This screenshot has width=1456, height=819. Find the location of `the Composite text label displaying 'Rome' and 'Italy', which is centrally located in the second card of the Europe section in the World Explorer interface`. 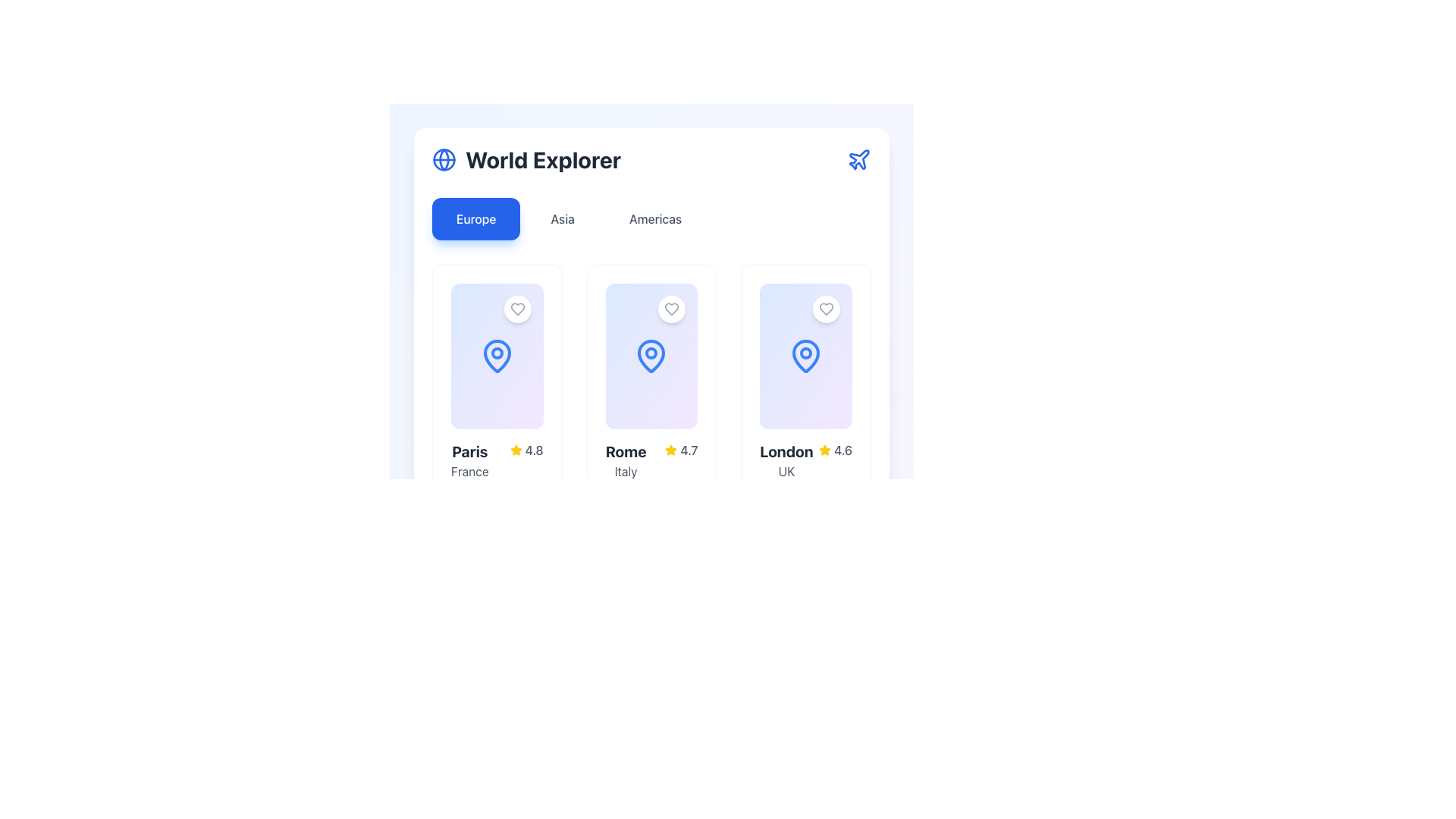

the Composite text label displaying 'Rome' and 'Italy', which is centrally located in the second card of the Europe section in the World Explorer interface is located at coordinates (626, 460).